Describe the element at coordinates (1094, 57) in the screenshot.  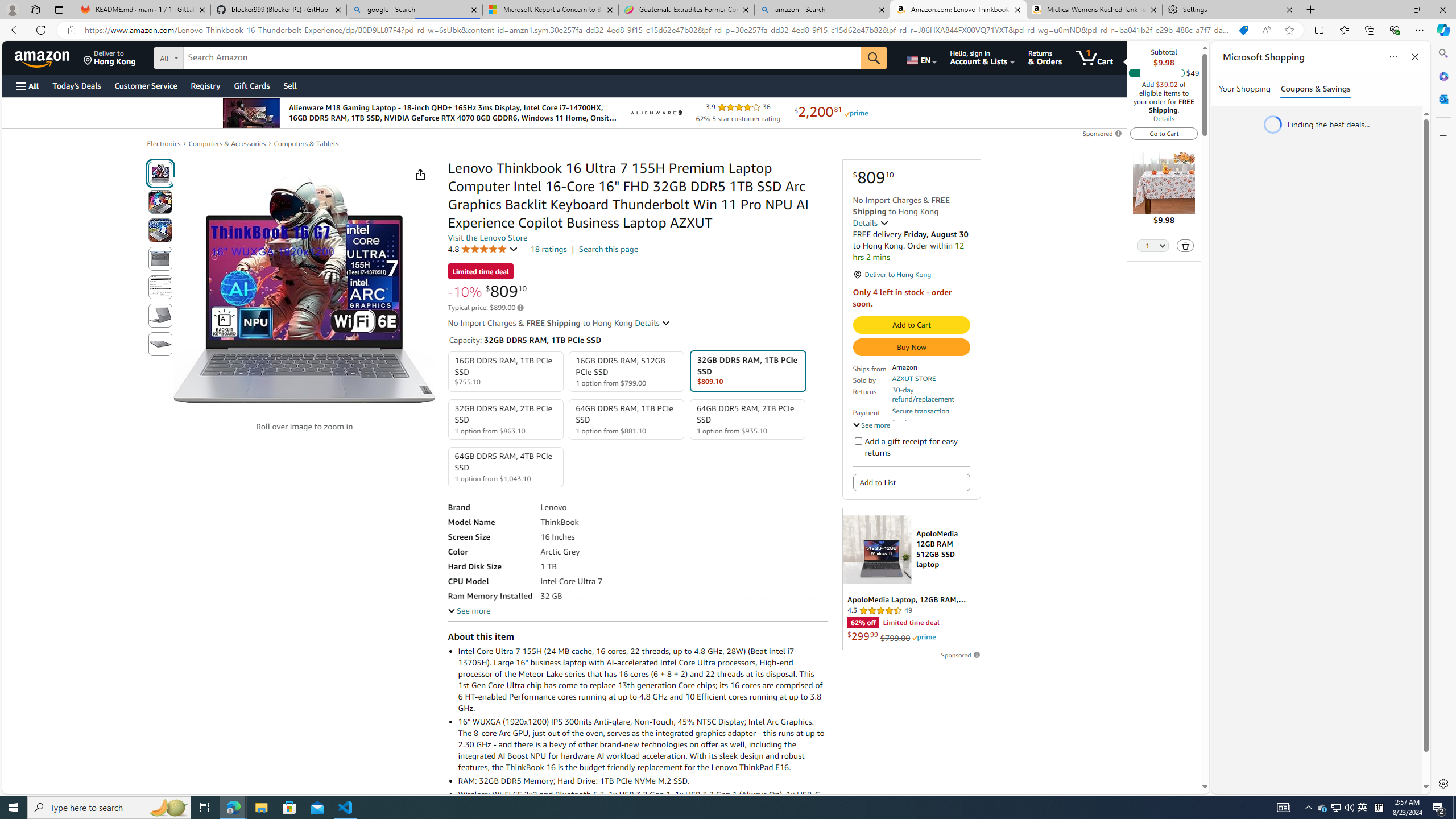
I see `'1 item in cart'` at that location.